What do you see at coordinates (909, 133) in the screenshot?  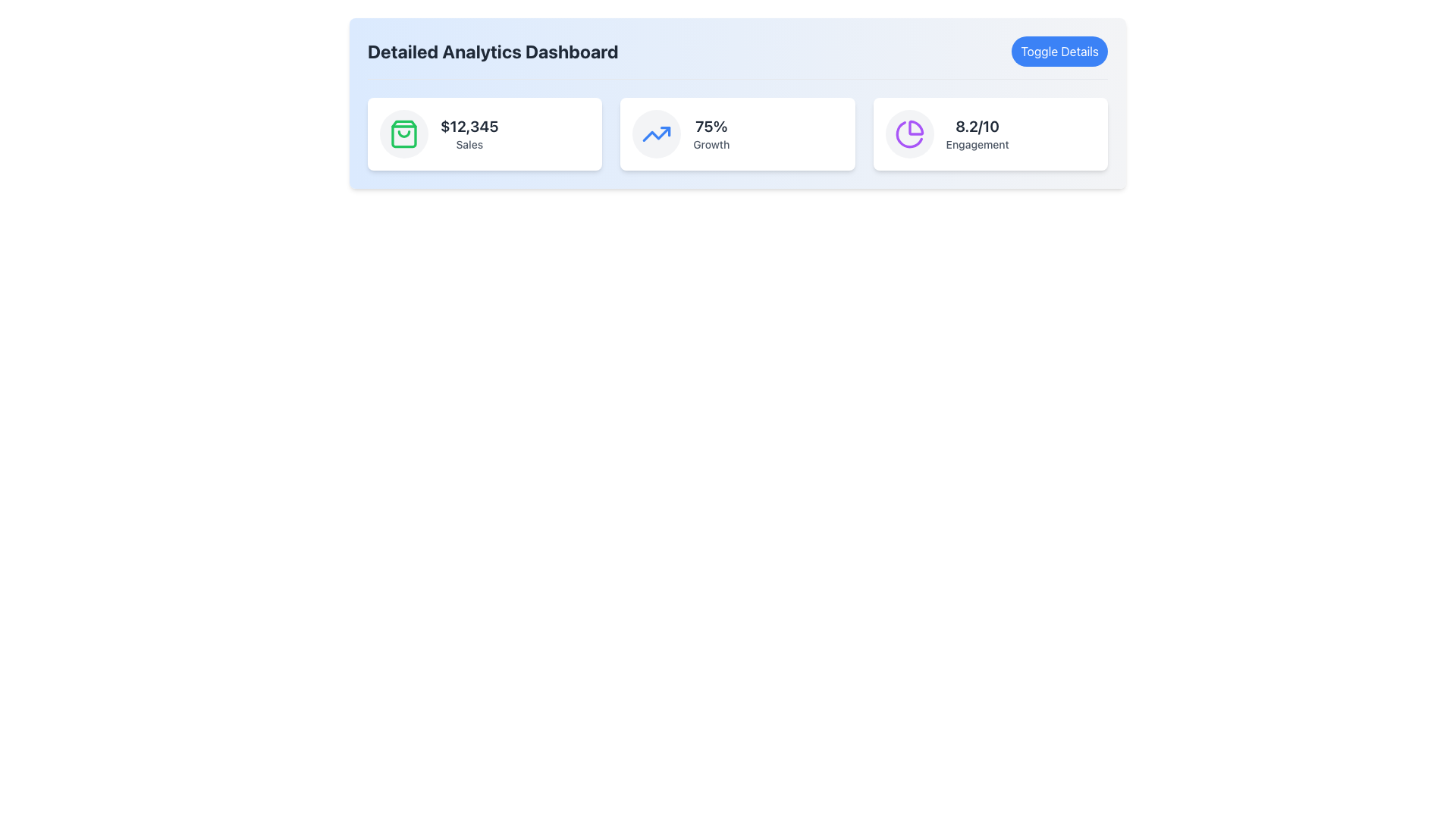 I see `the stylized purple pie chart icon located in the top-left area of the third card displaying the engagement metric (8.2/10)` at bounding box center [909, 133].